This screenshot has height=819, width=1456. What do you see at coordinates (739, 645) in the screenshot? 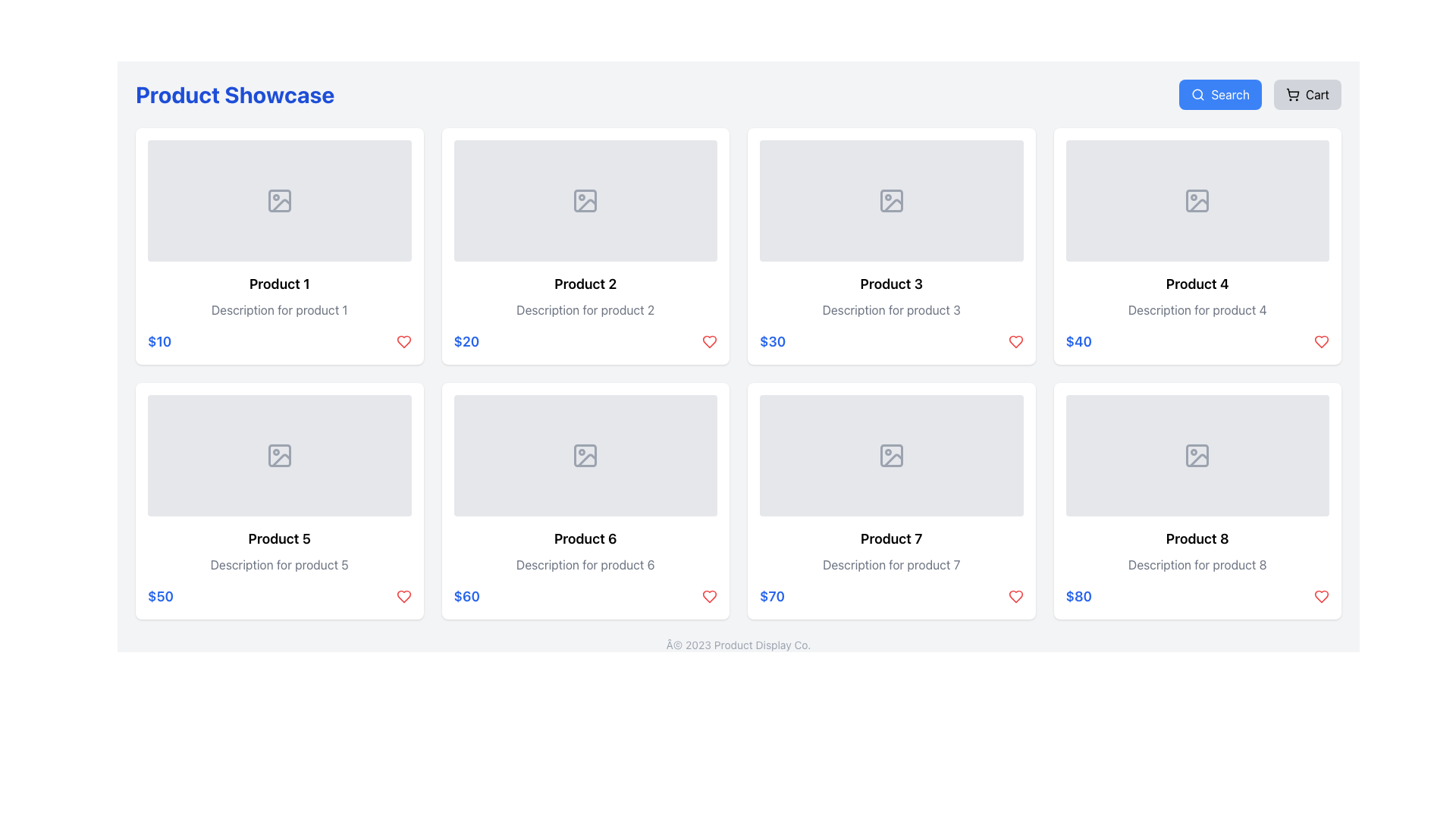
I see `text displayed in the small, gray-colored font that says 'Â© 2023 Product Display Co.' located at the bottom center of the page` at bounding box center [739, 645].